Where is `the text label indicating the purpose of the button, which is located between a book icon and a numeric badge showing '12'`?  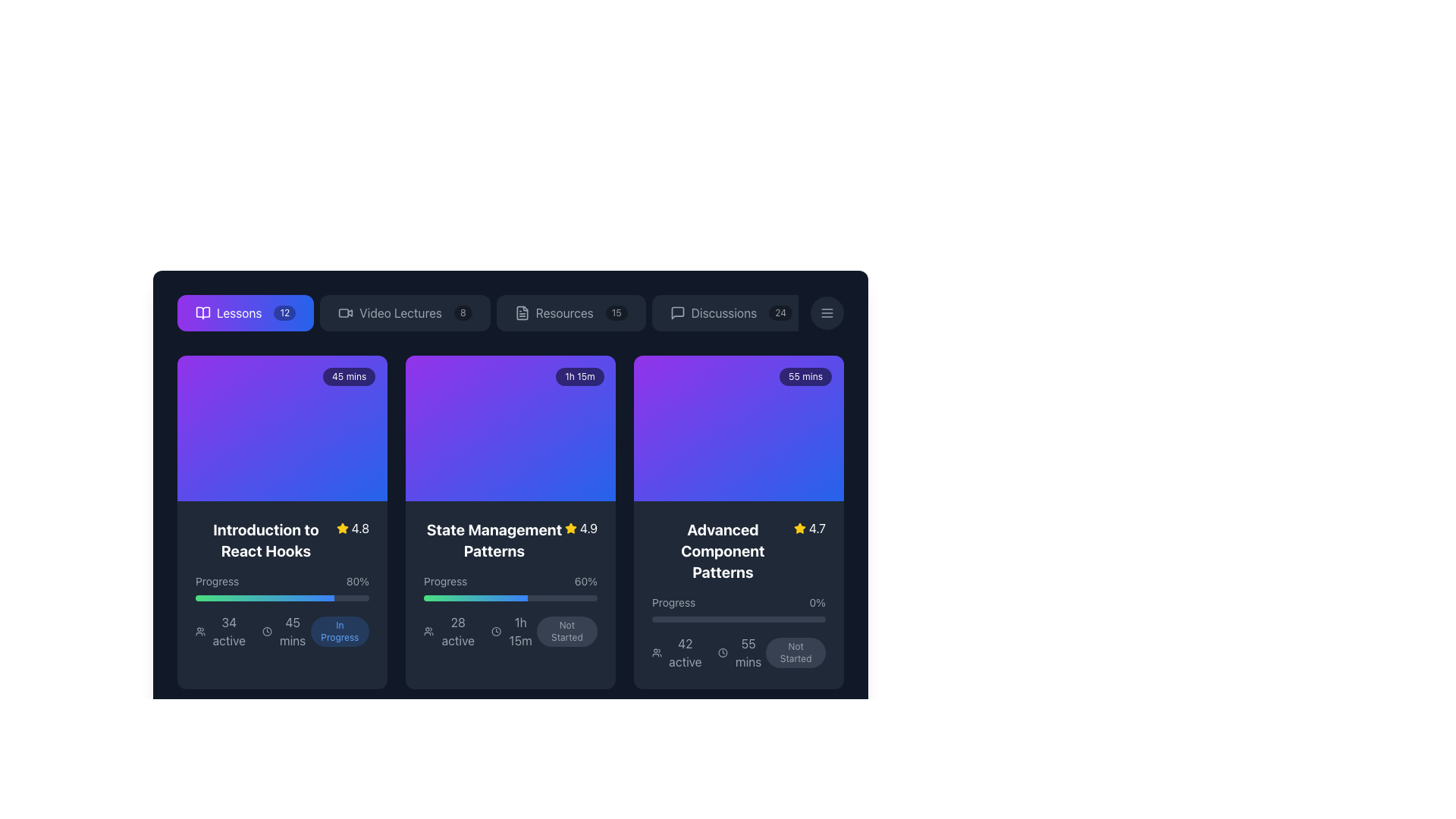
the text label indicating the purpose of the button, which is located between a book icon and a numeric badge showing '12' is located at coordinates (238, 312).